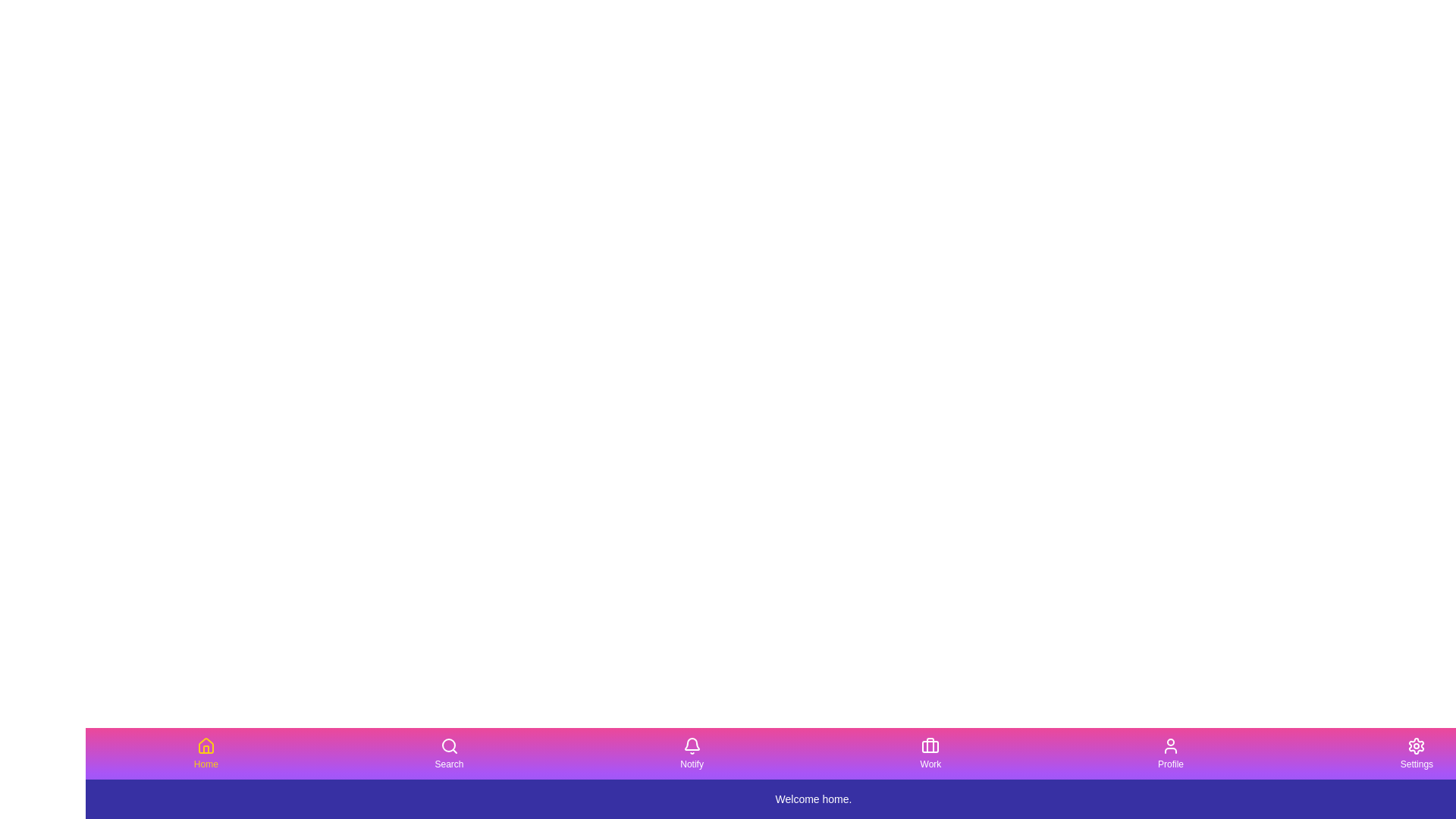 The image size is (1456, 819). What do you see at coordinates (930, 754) in the screenshot?
I see `the tab labeled Work by clicking its button` at bounding box center [930, 754].